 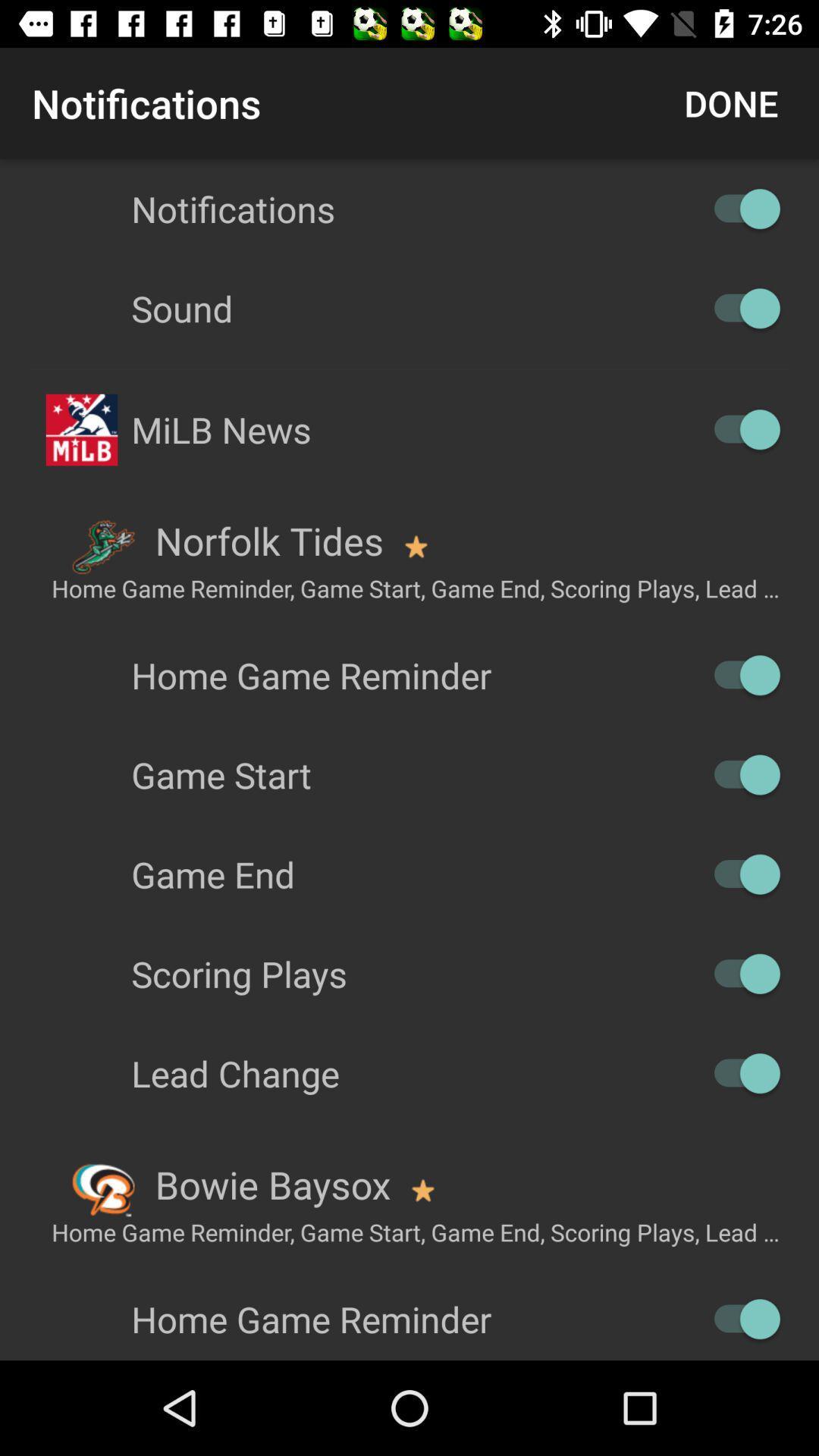 I want to click on lead change option, so click(x=739, y=1072).